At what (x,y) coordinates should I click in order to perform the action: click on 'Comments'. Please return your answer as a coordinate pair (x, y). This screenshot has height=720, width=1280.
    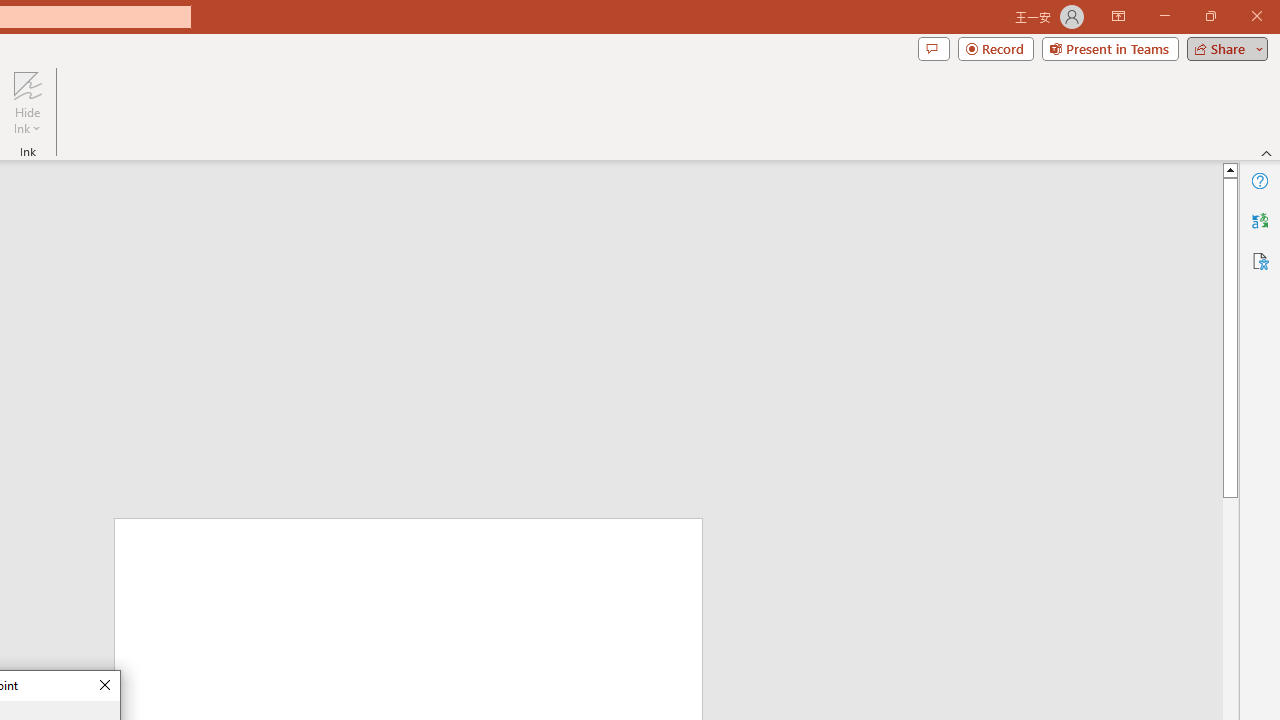
    Looking at the image, I should click on (932, 47).